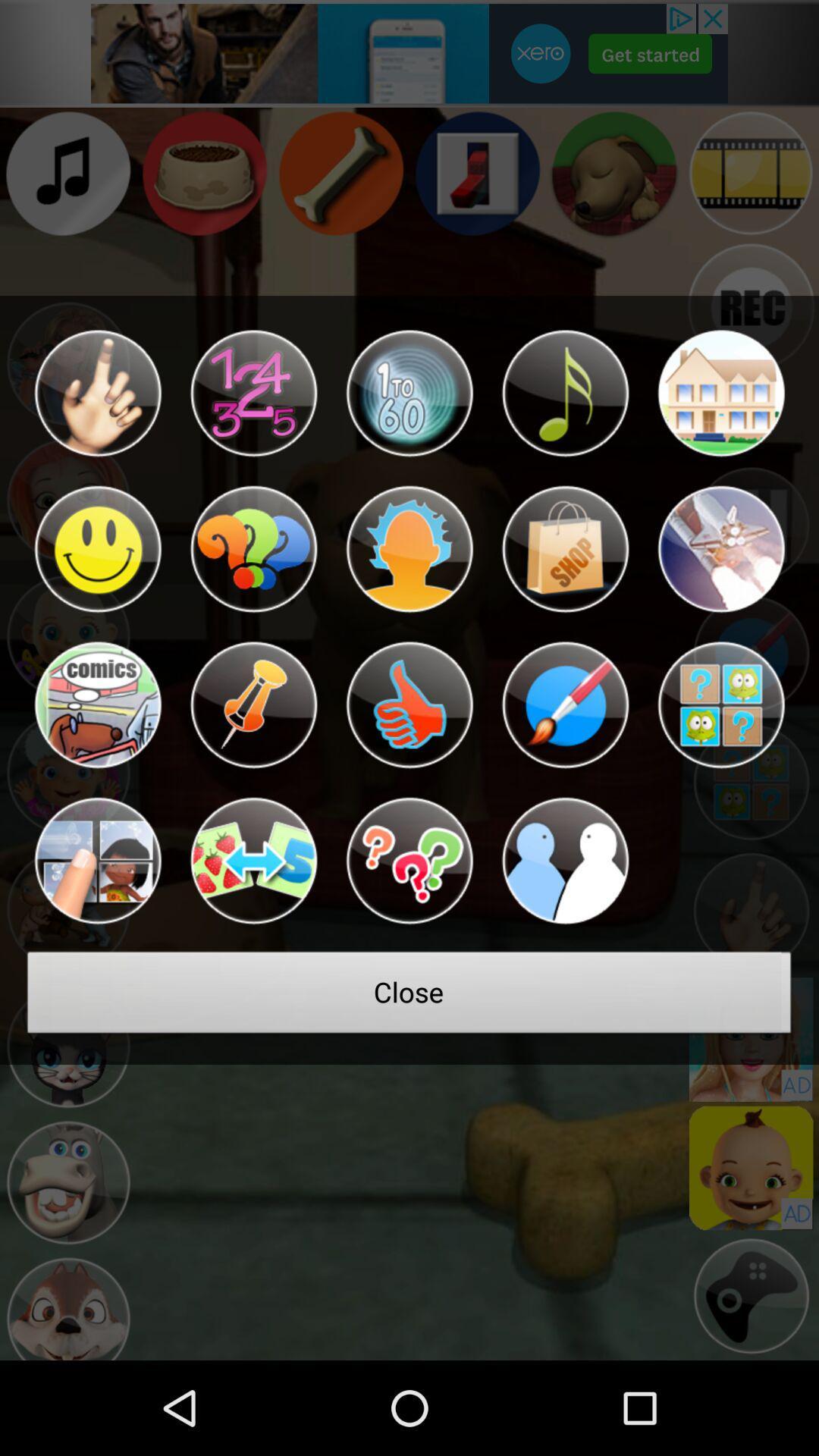 Image resolution: width=819 pixels, height=1456 pixels. Describe the element at coordinates (720, 421) in the screenshot. I see `the home icon` at that location.